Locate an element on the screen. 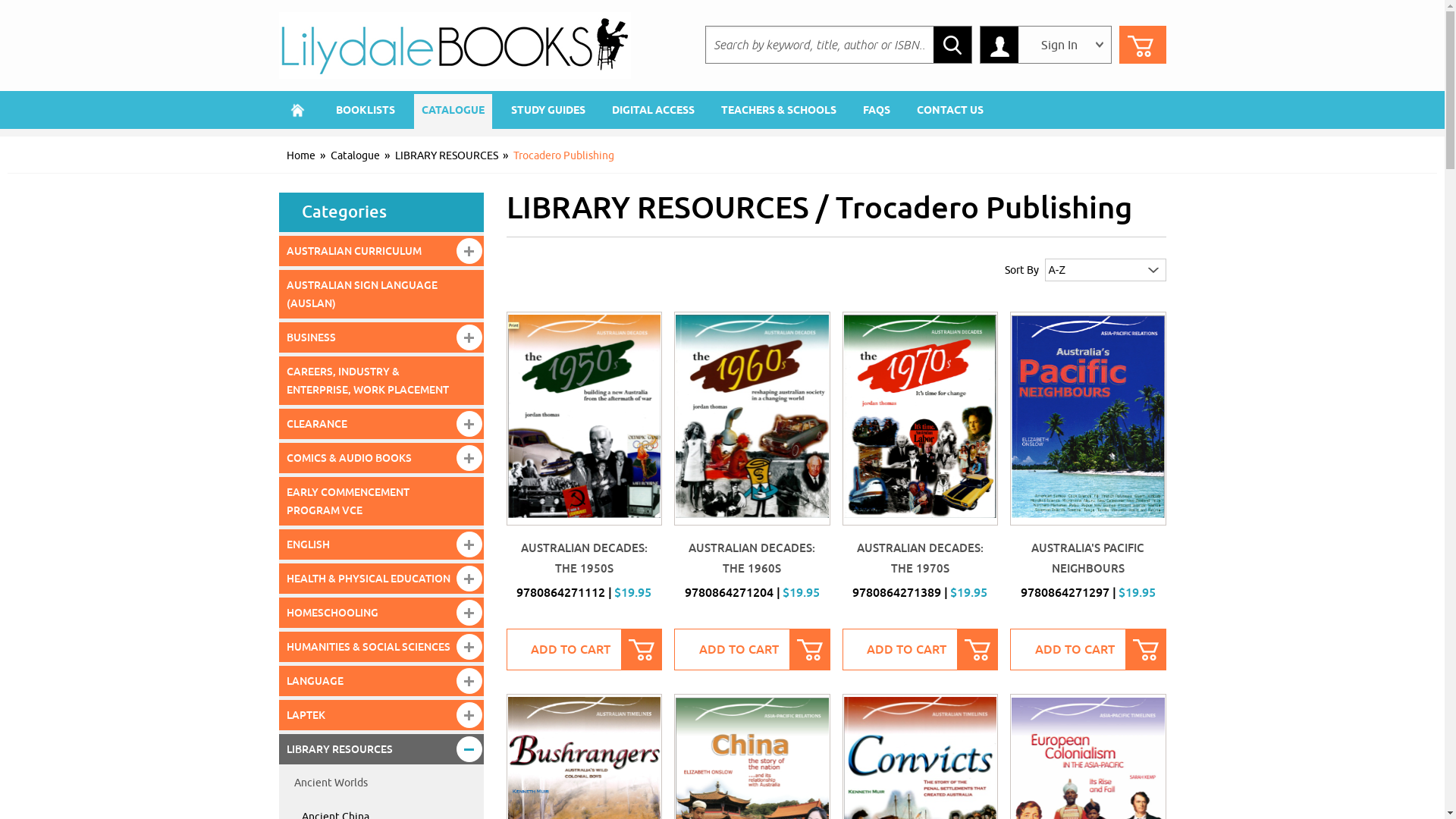 The image size is (1456, 819). 'LAPTEK' is located at coordinates (381, 714).